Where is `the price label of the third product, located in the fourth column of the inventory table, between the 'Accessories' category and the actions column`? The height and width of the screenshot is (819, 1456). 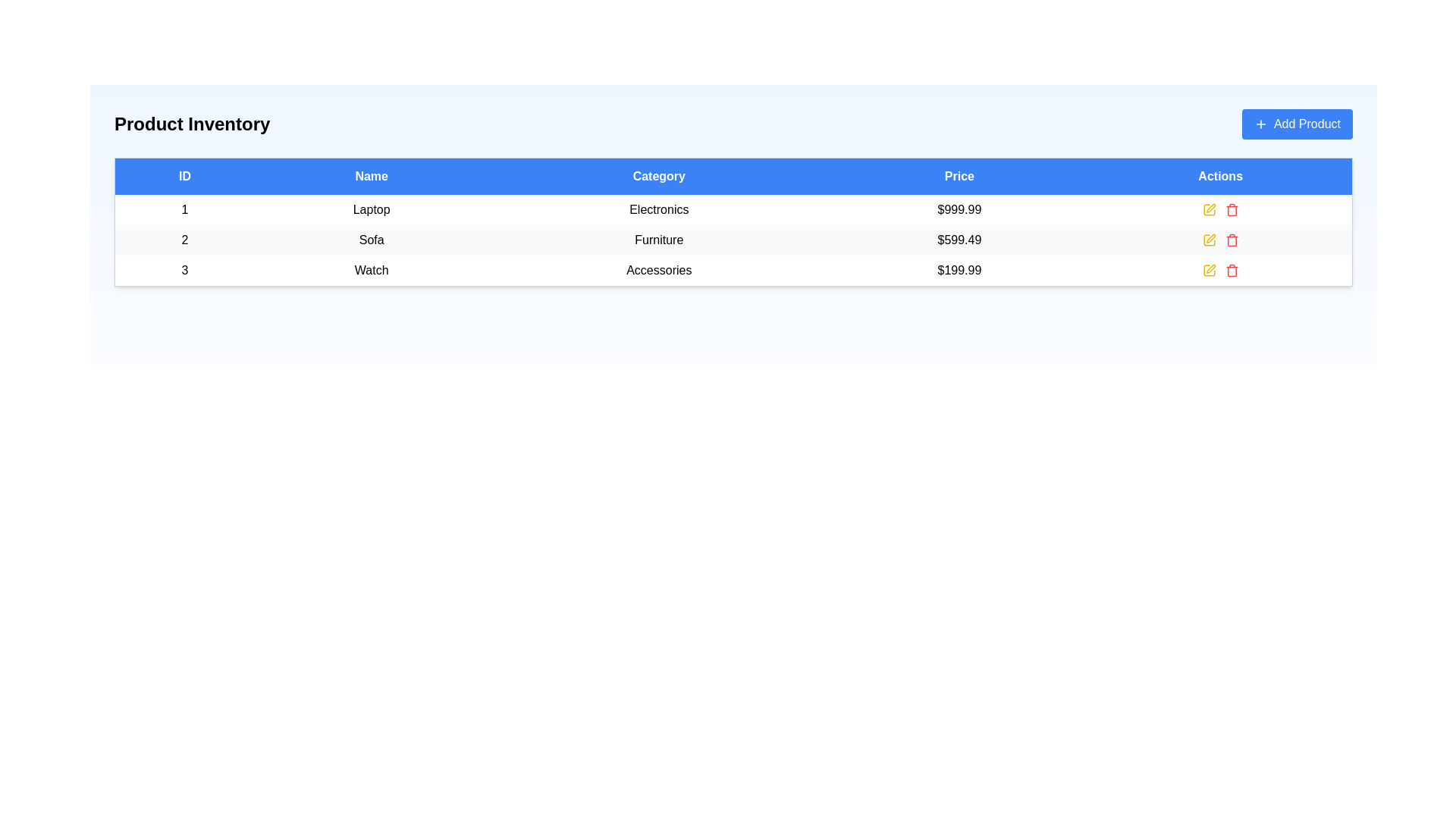 the price label of the third product, located in the fourth column of the inventory table, between the 'Accessories' category and the actions column is located at coordinates (959, 270).